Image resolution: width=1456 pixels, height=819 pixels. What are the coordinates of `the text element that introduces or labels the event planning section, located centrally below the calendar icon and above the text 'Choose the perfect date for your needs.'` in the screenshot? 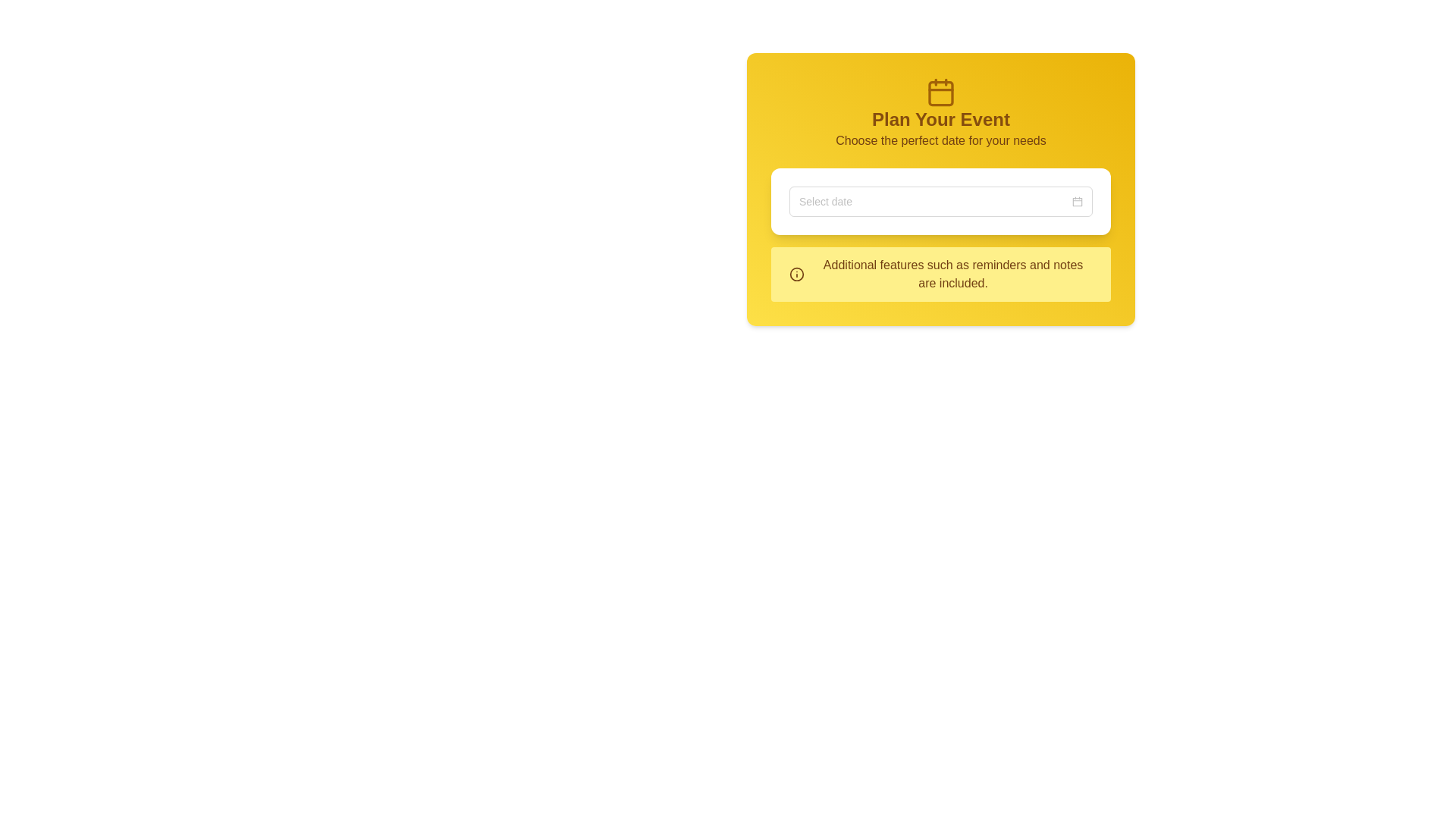 It's located at (940, 119).